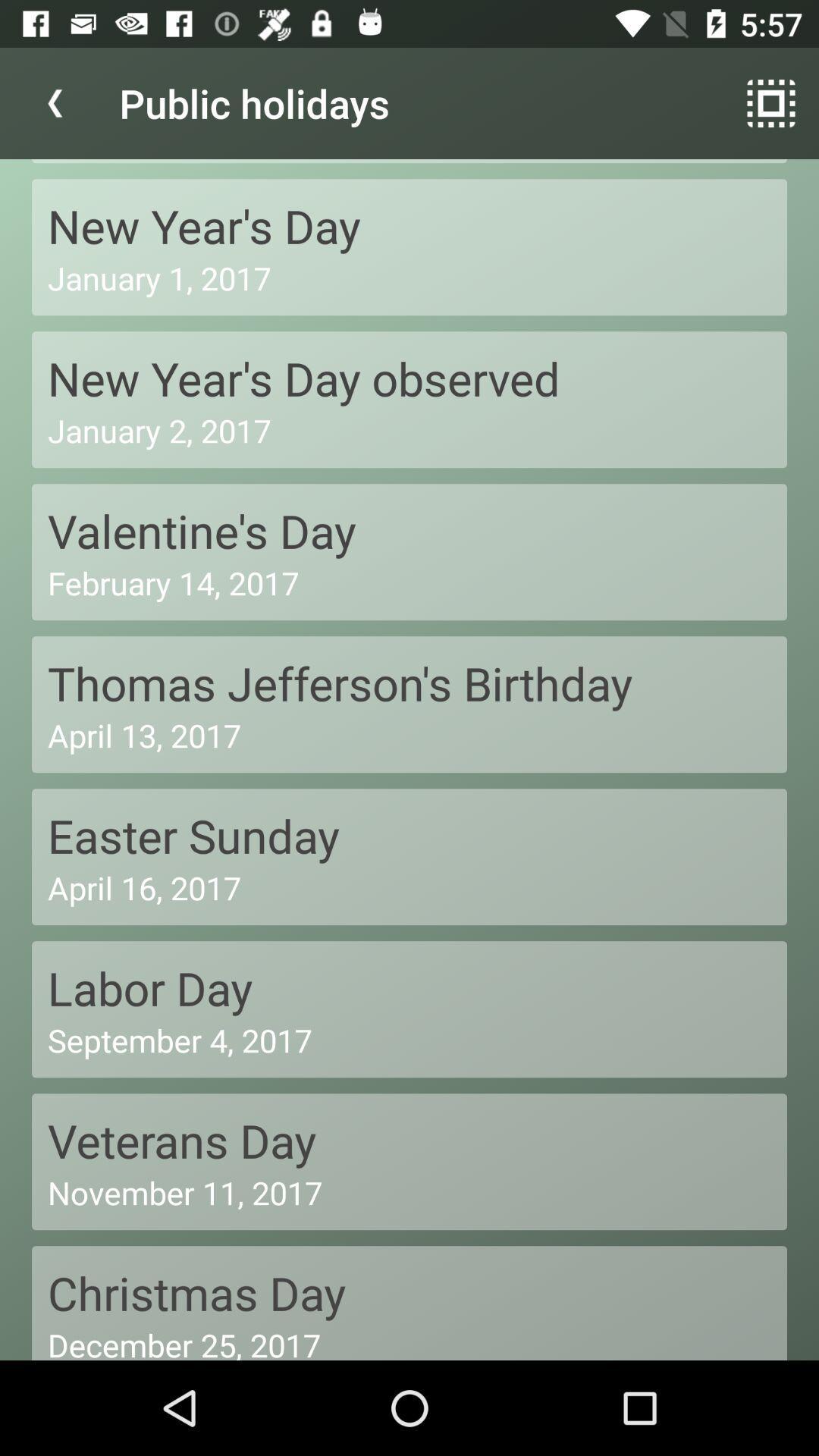 The image size is (819, 1456). I want to click on item below labor day icon, so click(409, 1039).